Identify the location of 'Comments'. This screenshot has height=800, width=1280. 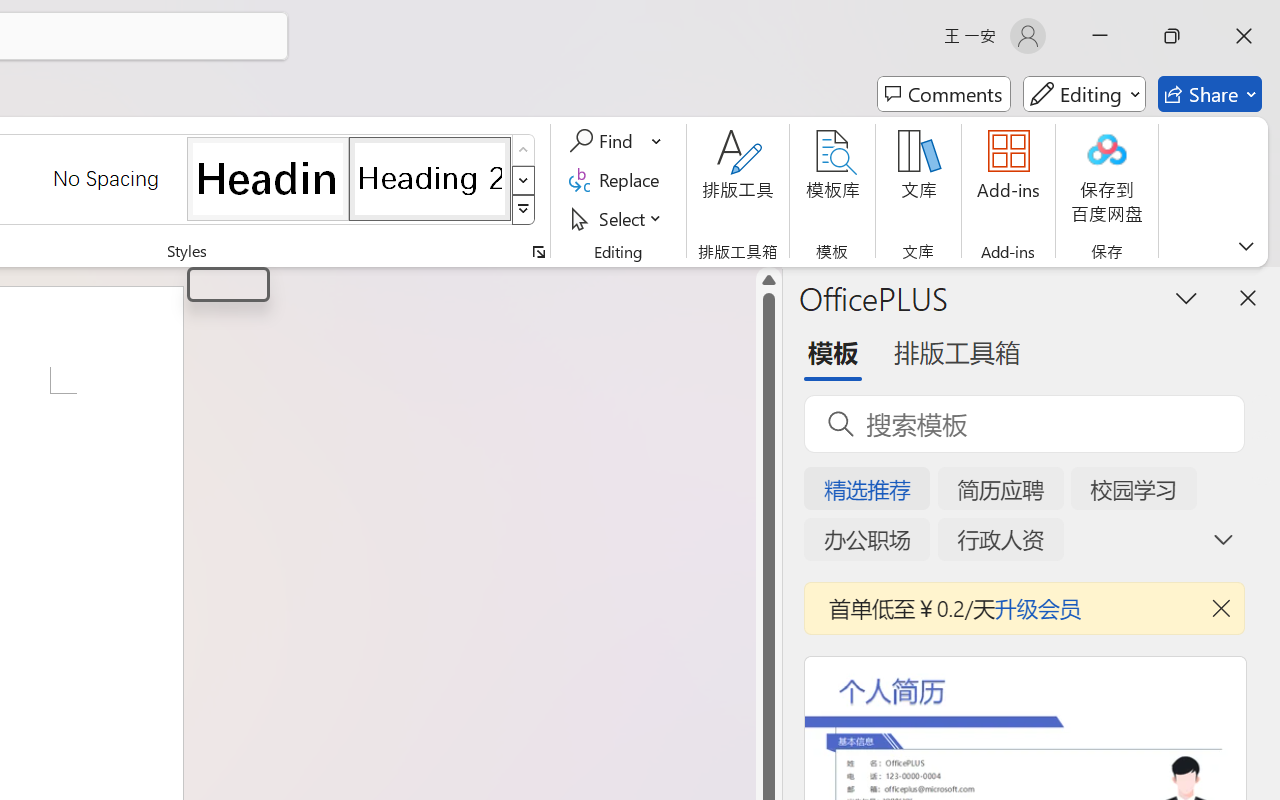
(943, 94).